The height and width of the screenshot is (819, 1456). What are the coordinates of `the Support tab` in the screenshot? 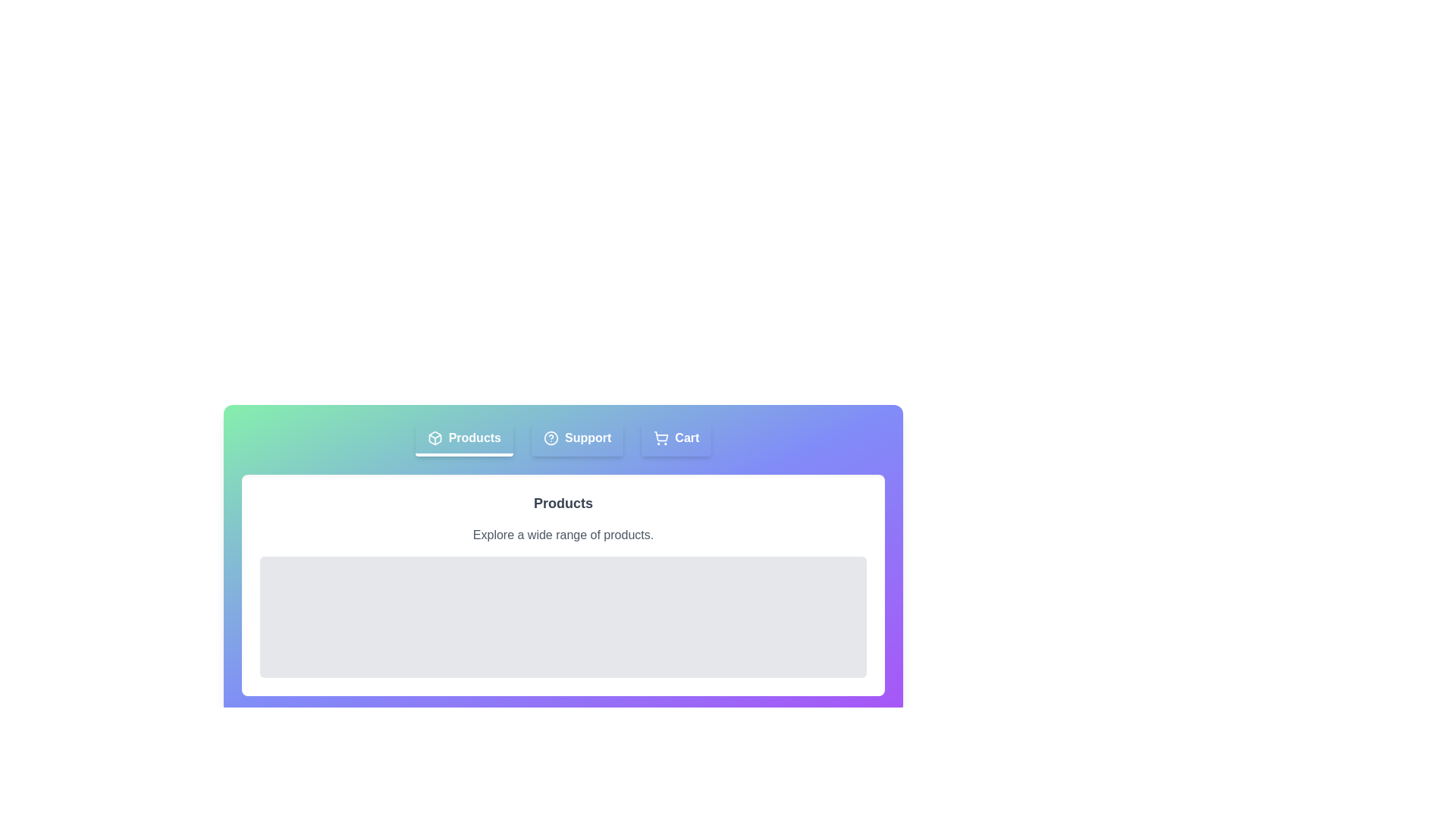 It's located at (576, 439).